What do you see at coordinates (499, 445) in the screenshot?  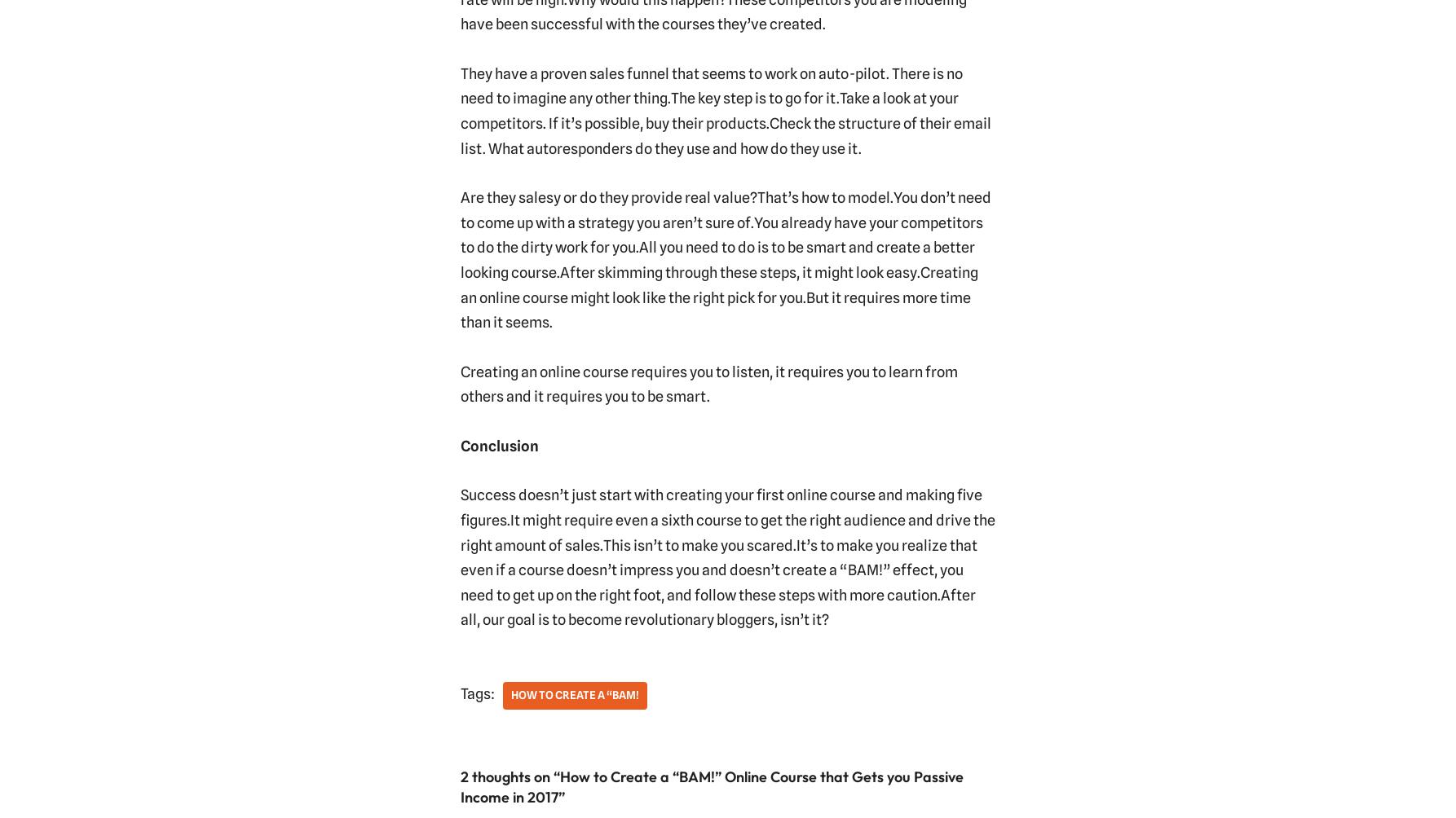 I see `'Conclusion'` at bounding box center [499, 445].